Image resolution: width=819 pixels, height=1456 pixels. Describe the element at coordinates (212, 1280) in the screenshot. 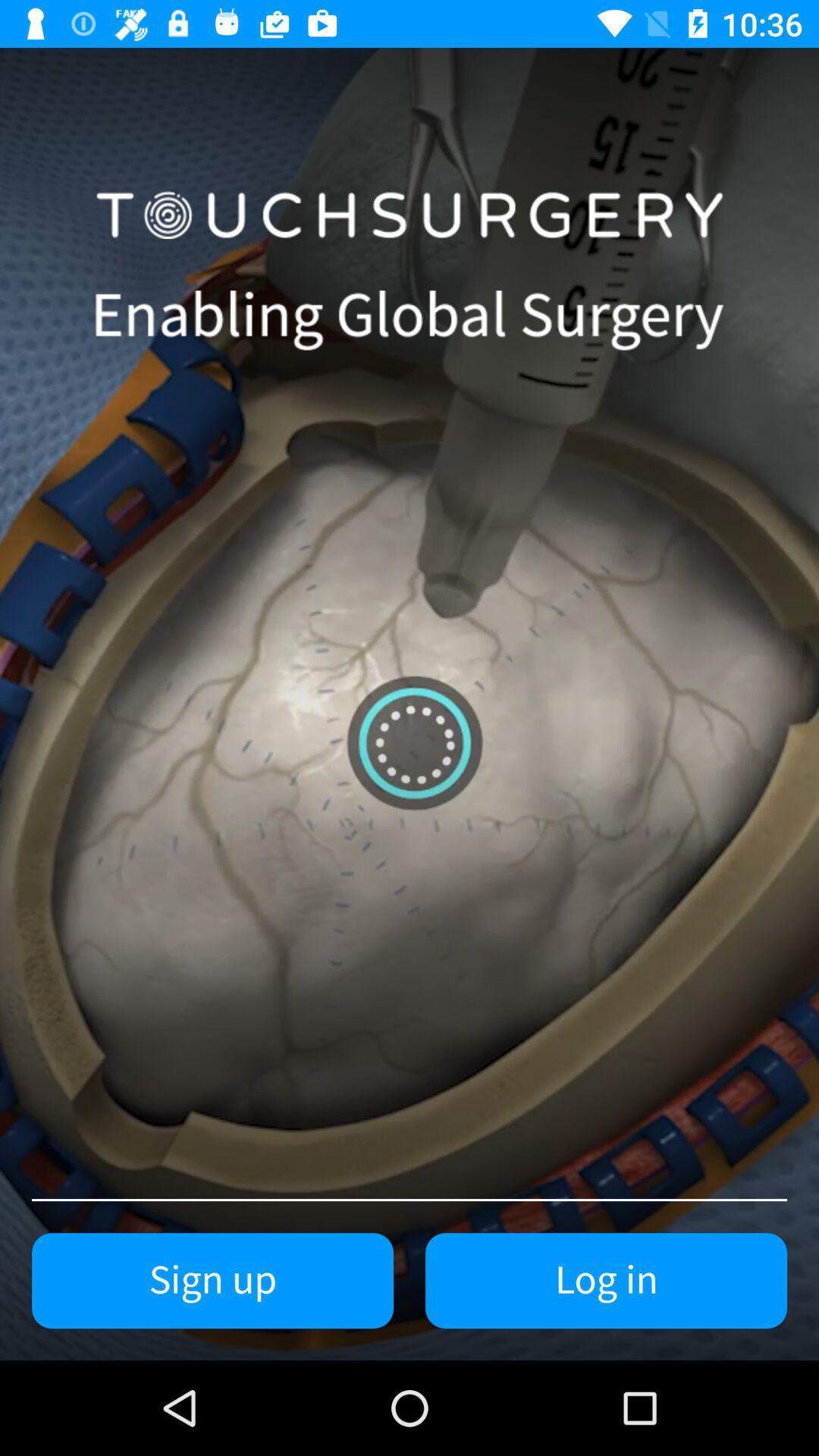

I see `sign up icon` at that location.